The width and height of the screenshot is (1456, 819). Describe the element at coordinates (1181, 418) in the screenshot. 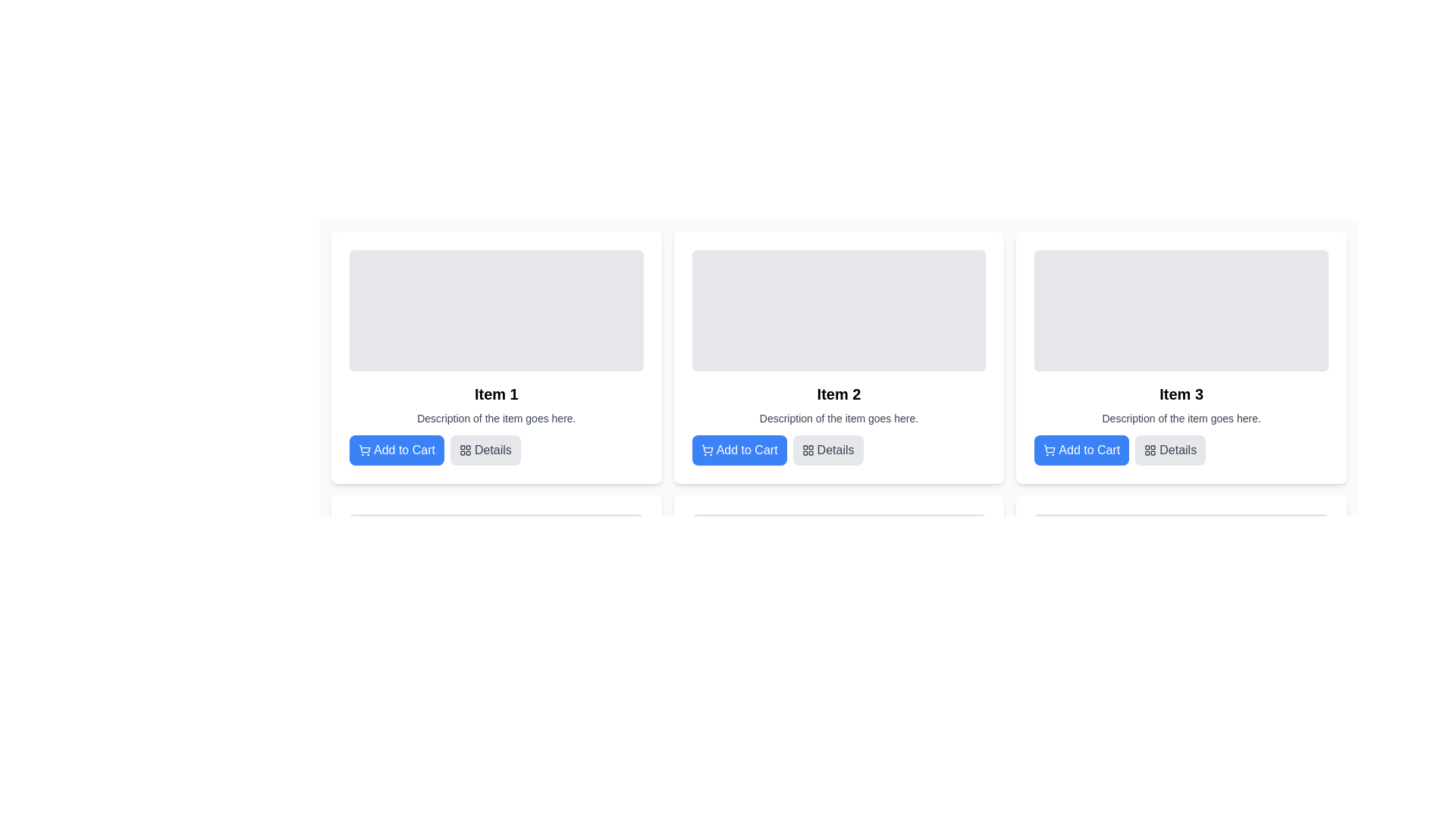

I see `the Text Display element for 'Item 3', located below its title and above the 'Add to Cart' and 'Details' buttons` at that location.